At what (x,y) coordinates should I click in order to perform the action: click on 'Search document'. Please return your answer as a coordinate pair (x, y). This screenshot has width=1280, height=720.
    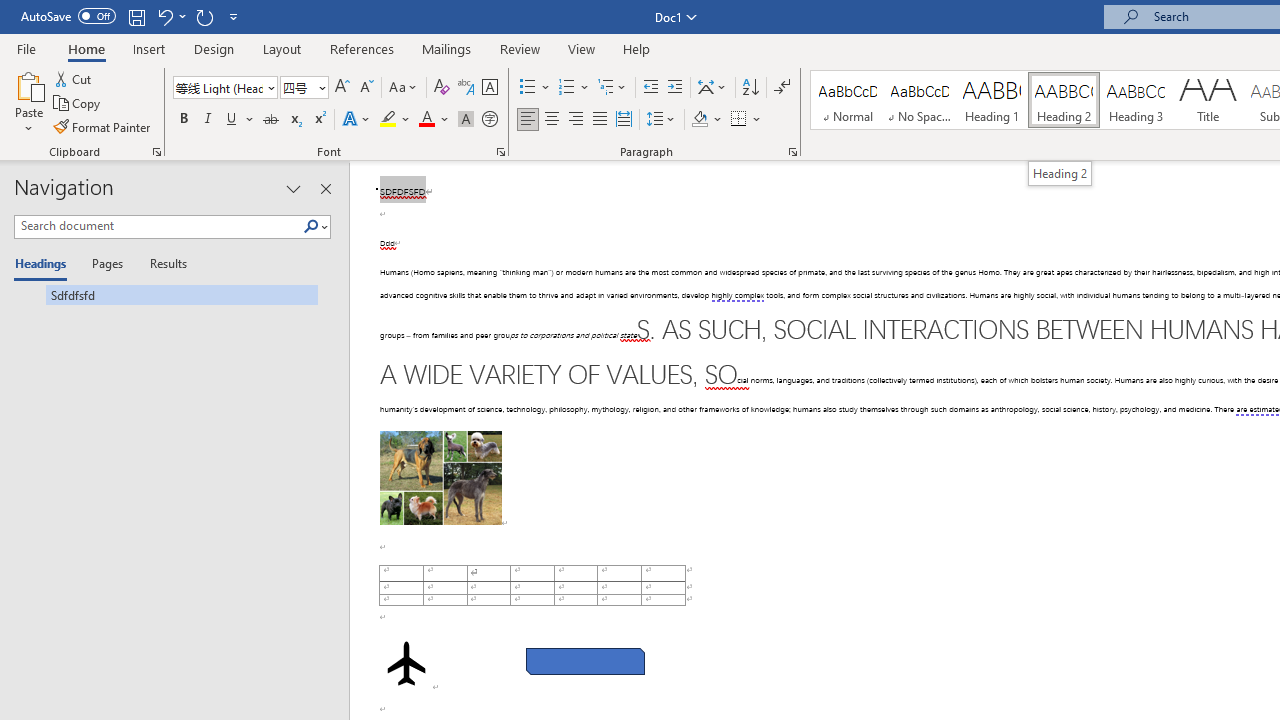
    Looking at the image, I should click on (157, 225).